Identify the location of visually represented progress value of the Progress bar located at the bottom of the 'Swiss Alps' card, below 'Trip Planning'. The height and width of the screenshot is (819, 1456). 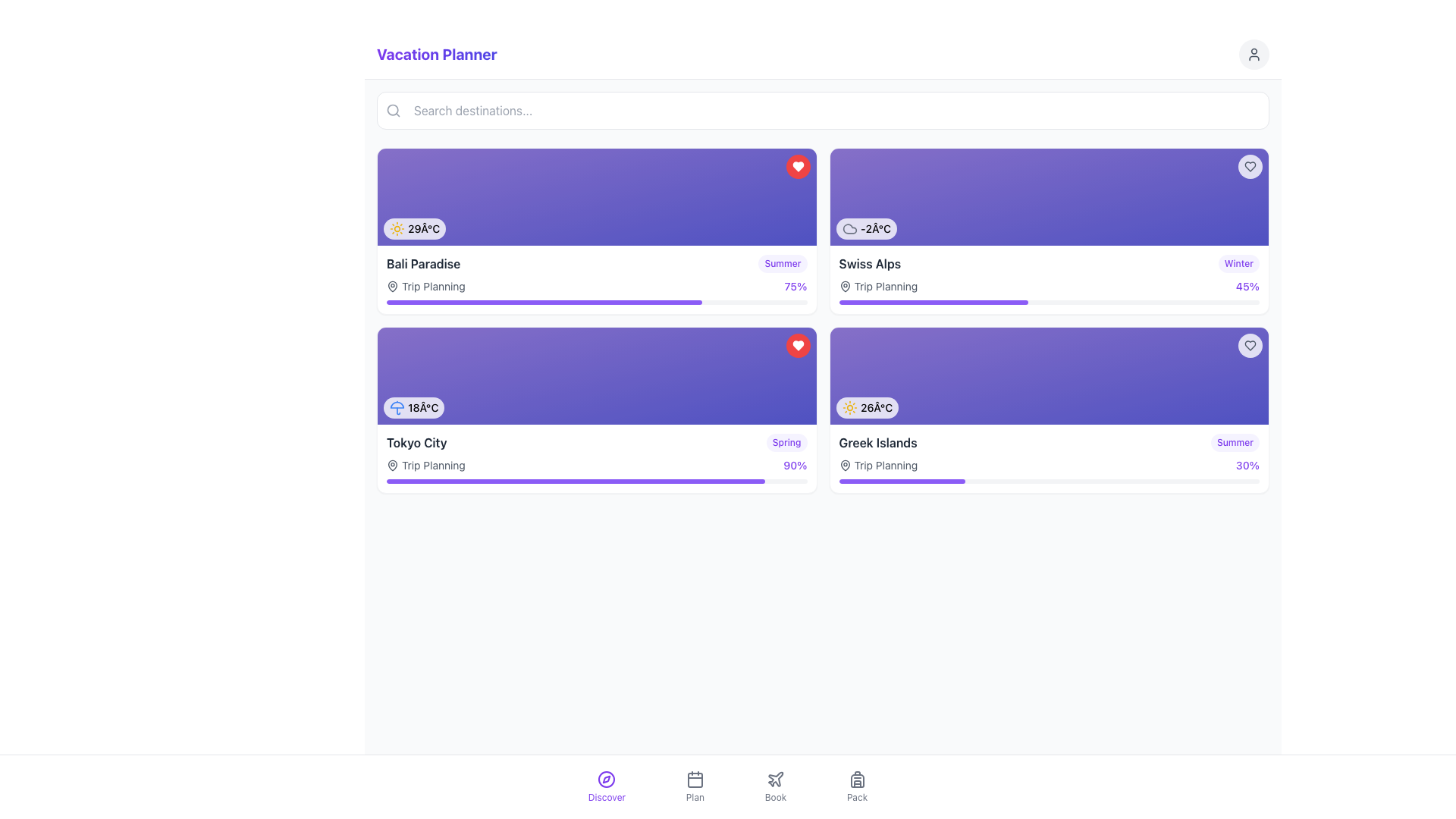
(1048, 302).